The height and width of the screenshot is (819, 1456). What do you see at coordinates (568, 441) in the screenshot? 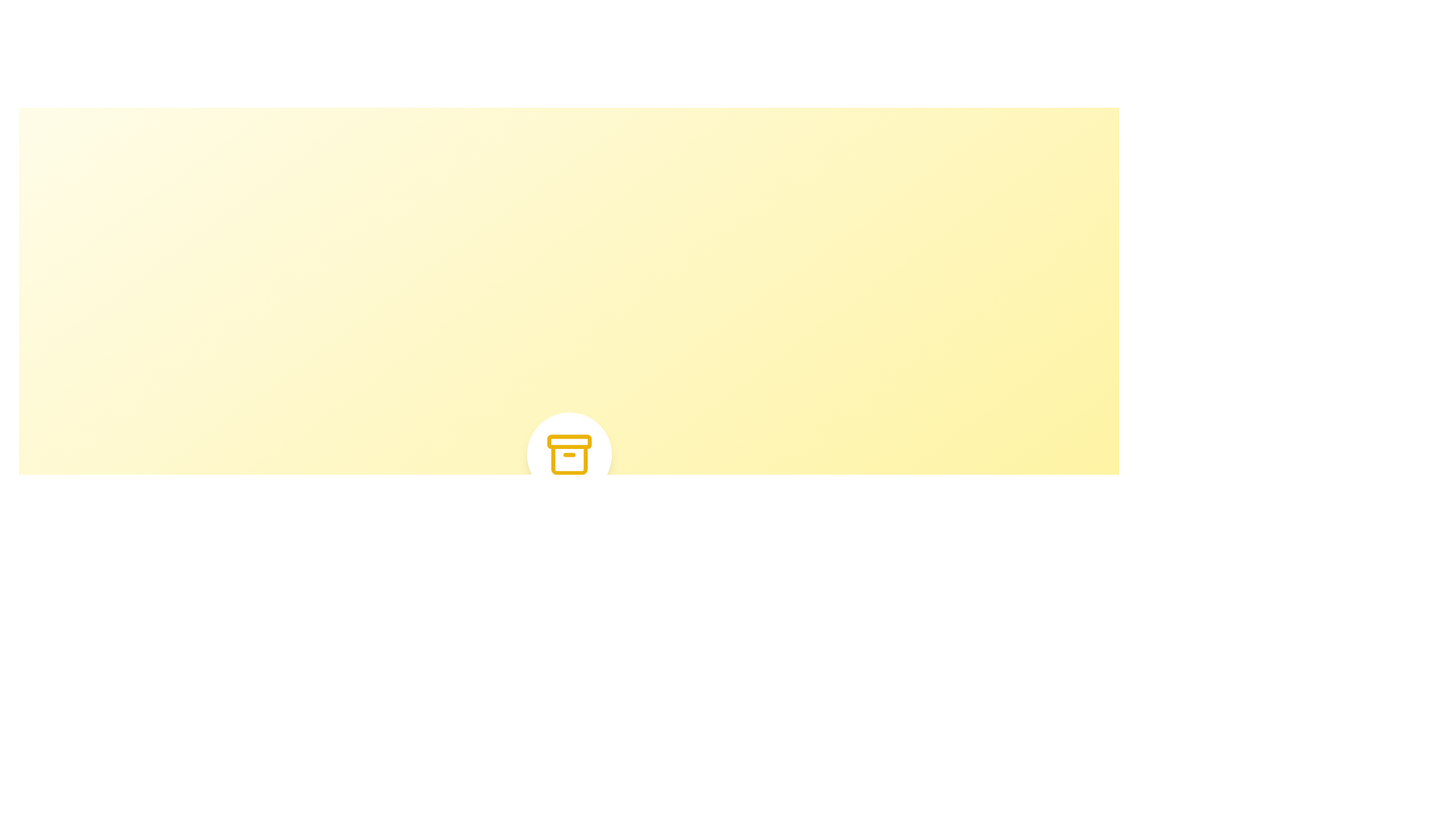
I see `graphical illustration component of the archive icon, which is the topmost rectangular segment of the icon, using developer tools` at bounding box center [568, 441].